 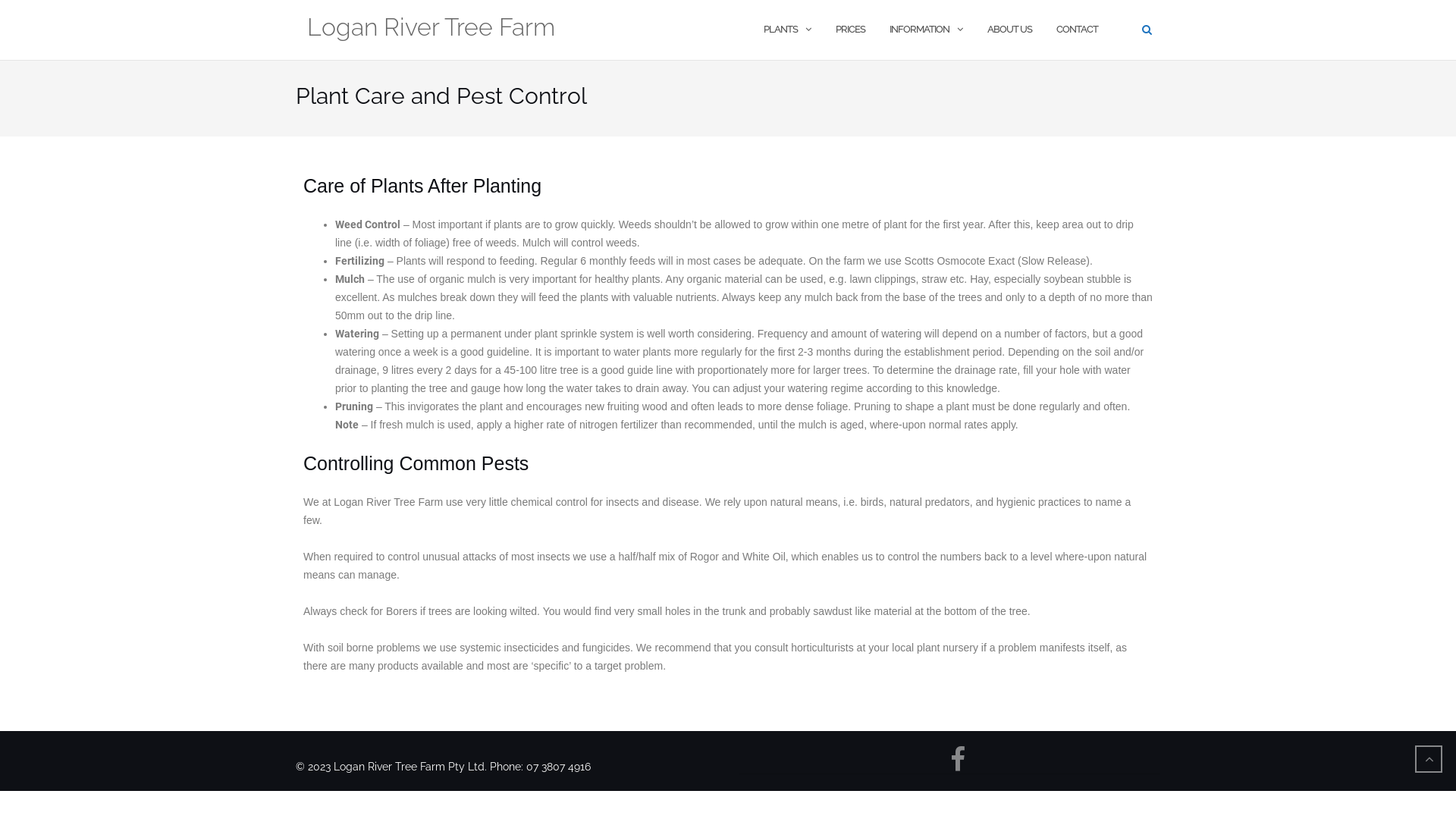 I want to click on 'PRICES', so click(x=850, y=30).